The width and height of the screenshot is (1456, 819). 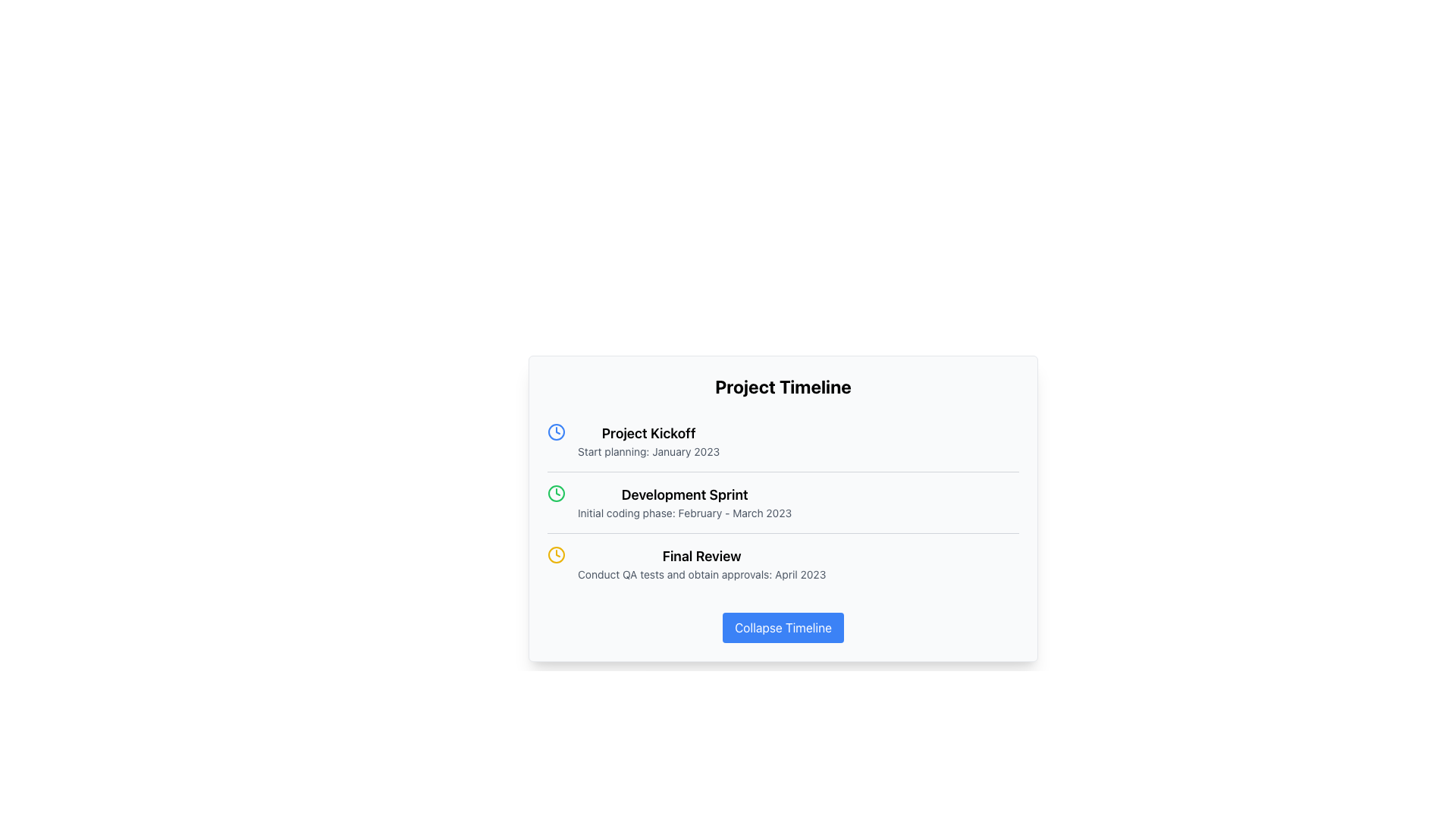 I want to click on the yellow clock icon with a circular outline, positioned to the left of the text 'Final Review' in the third section of the timeline, so click(x=556, y=555).